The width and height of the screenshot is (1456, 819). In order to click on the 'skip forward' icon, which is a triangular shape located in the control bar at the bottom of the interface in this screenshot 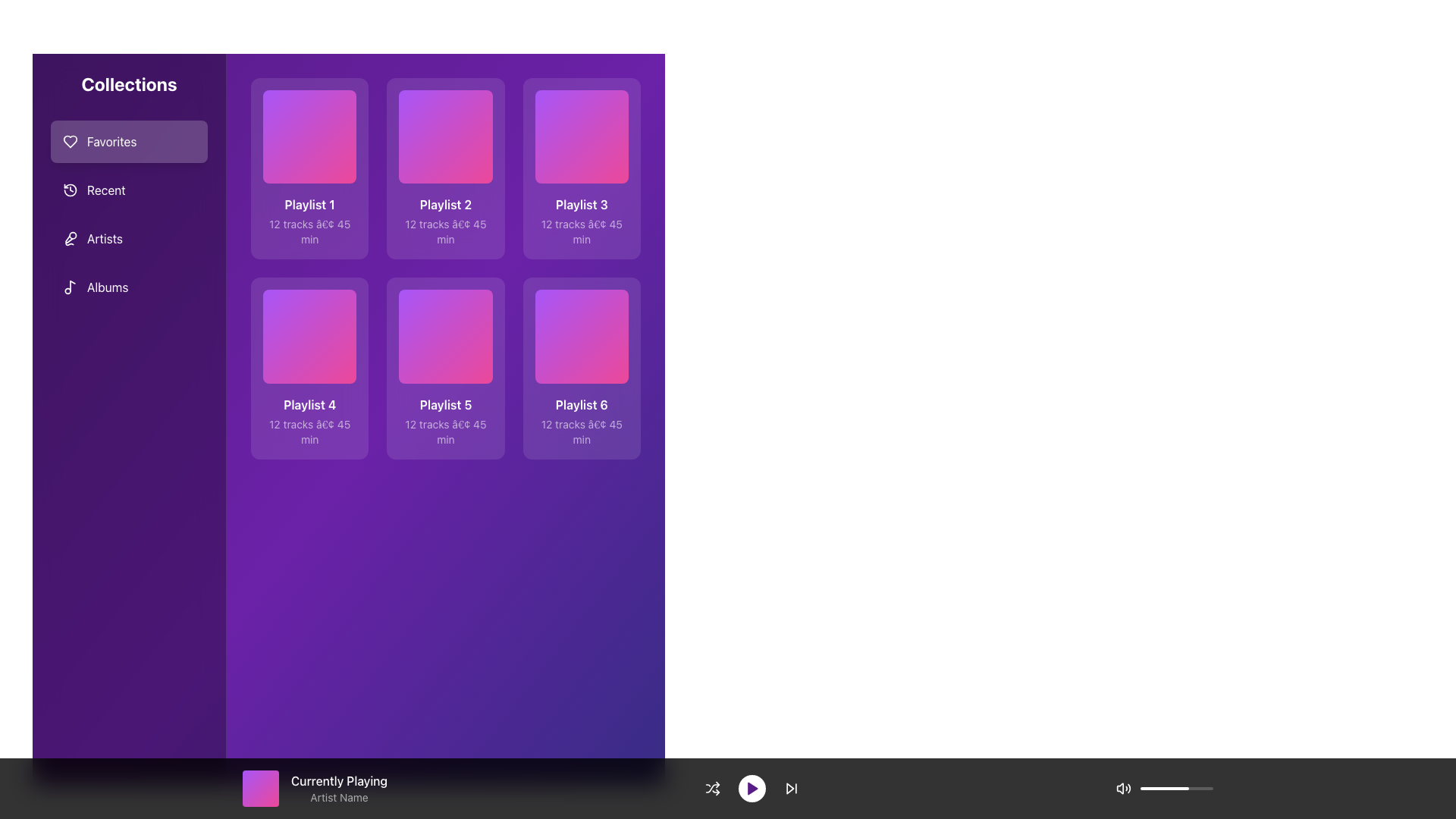, I will do `click(789, 788)`.